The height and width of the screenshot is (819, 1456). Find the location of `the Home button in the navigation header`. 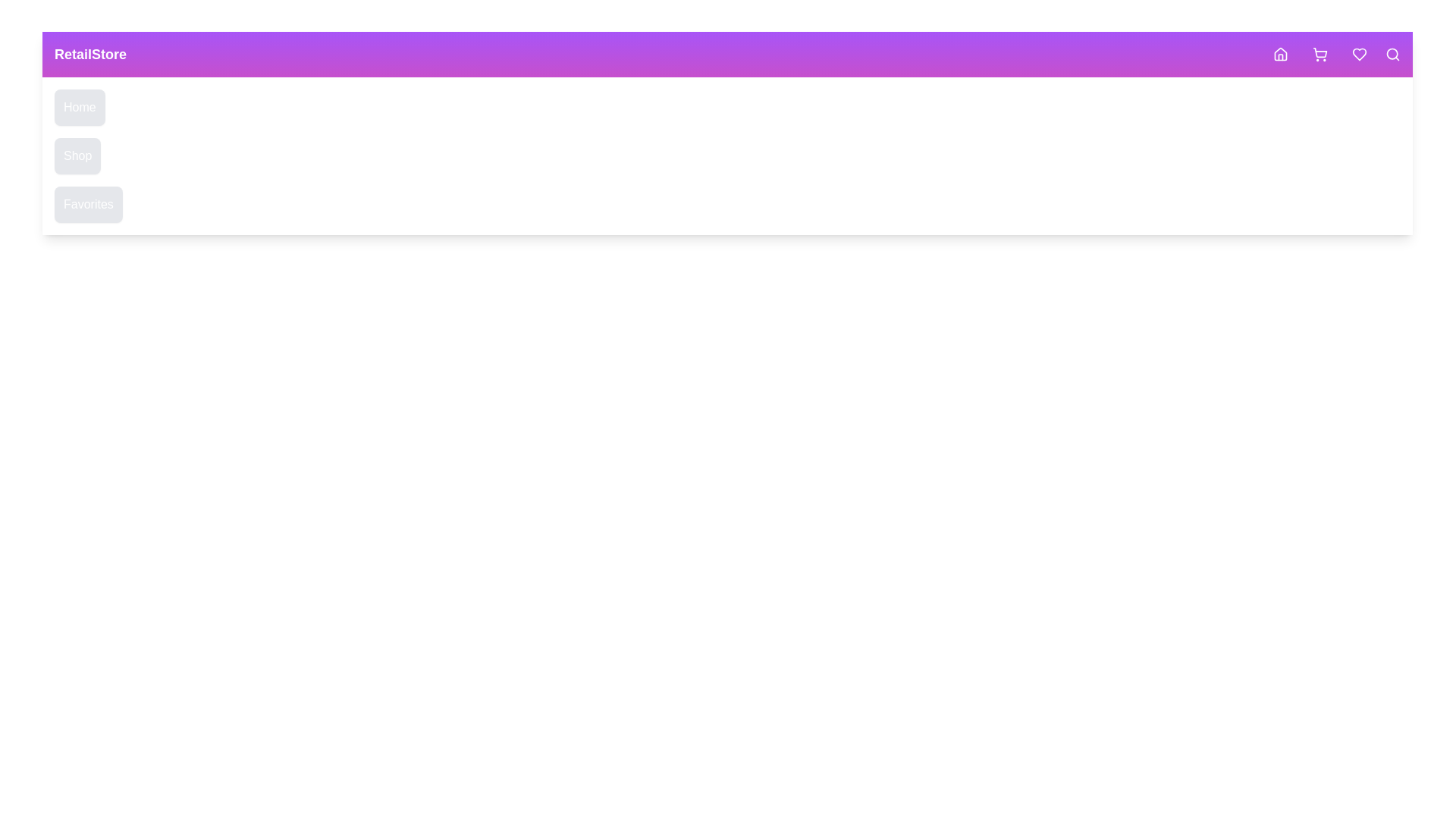

the Home button in the navigation header is located at coordinates (1280, 54).